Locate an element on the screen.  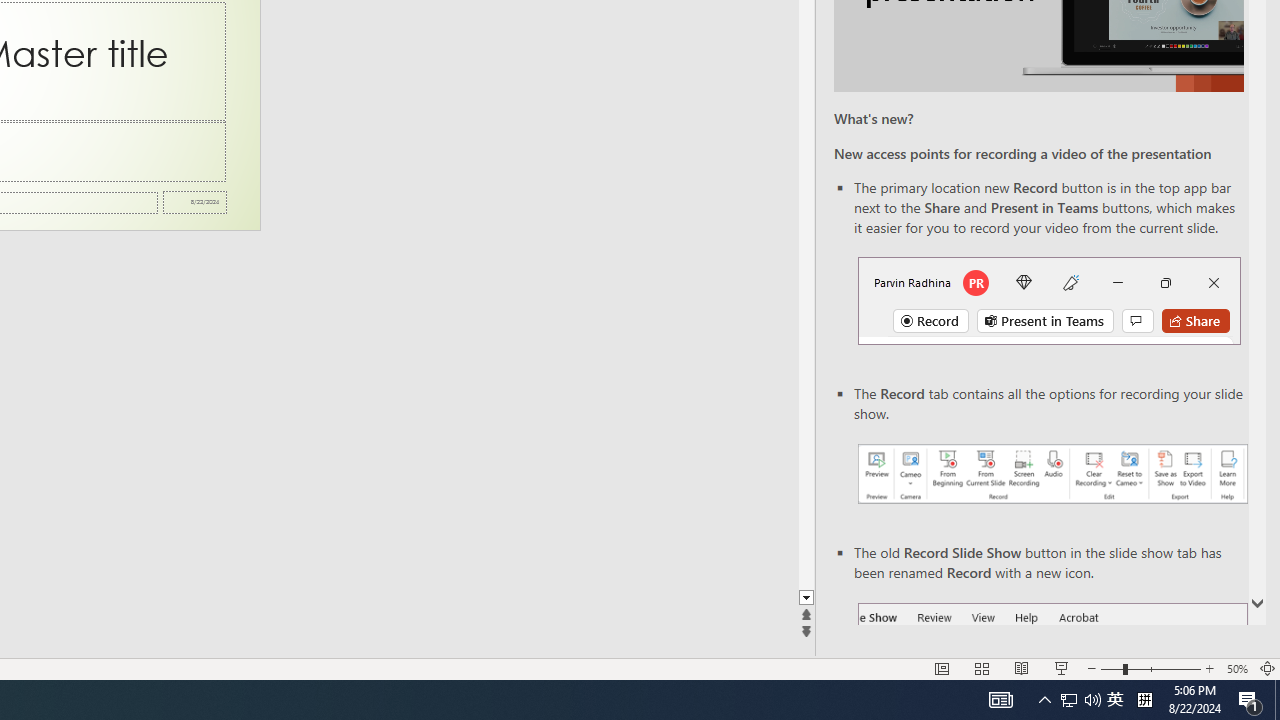
'Record button in top bar' is located at coordinates (1048, 300).